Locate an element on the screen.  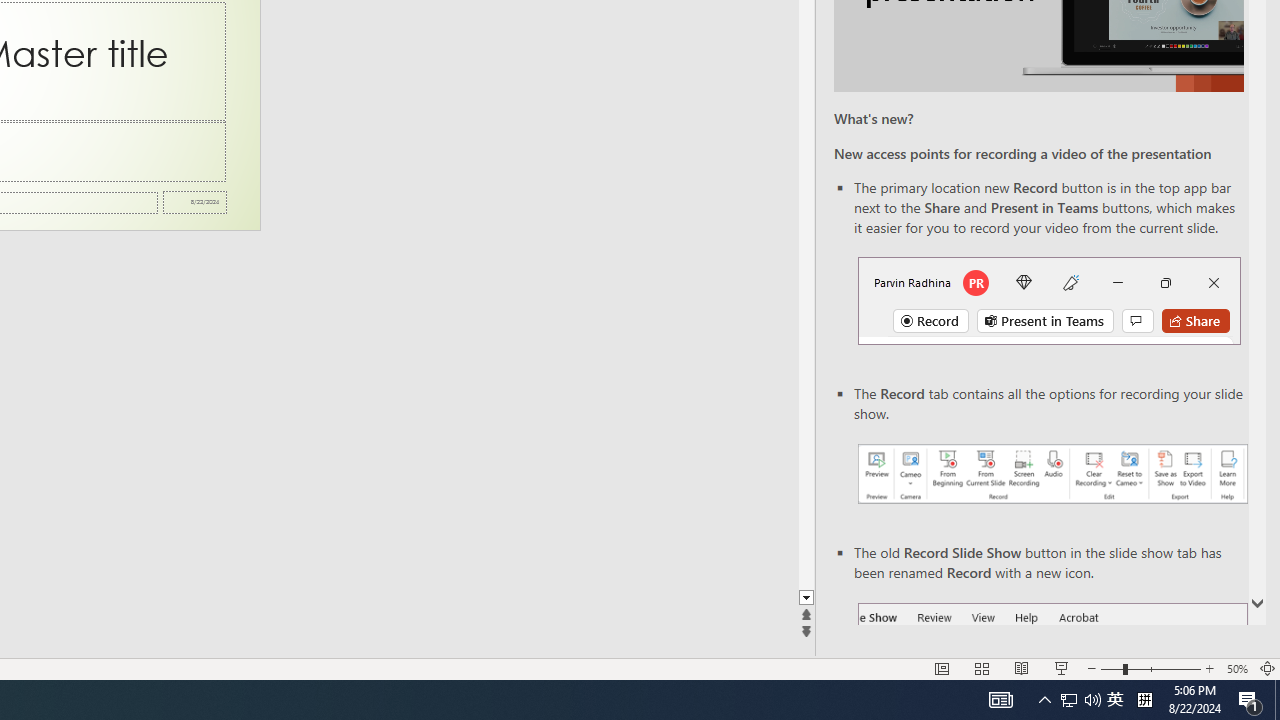
'Record button in top bar' is located at coordinates (1048, 300).